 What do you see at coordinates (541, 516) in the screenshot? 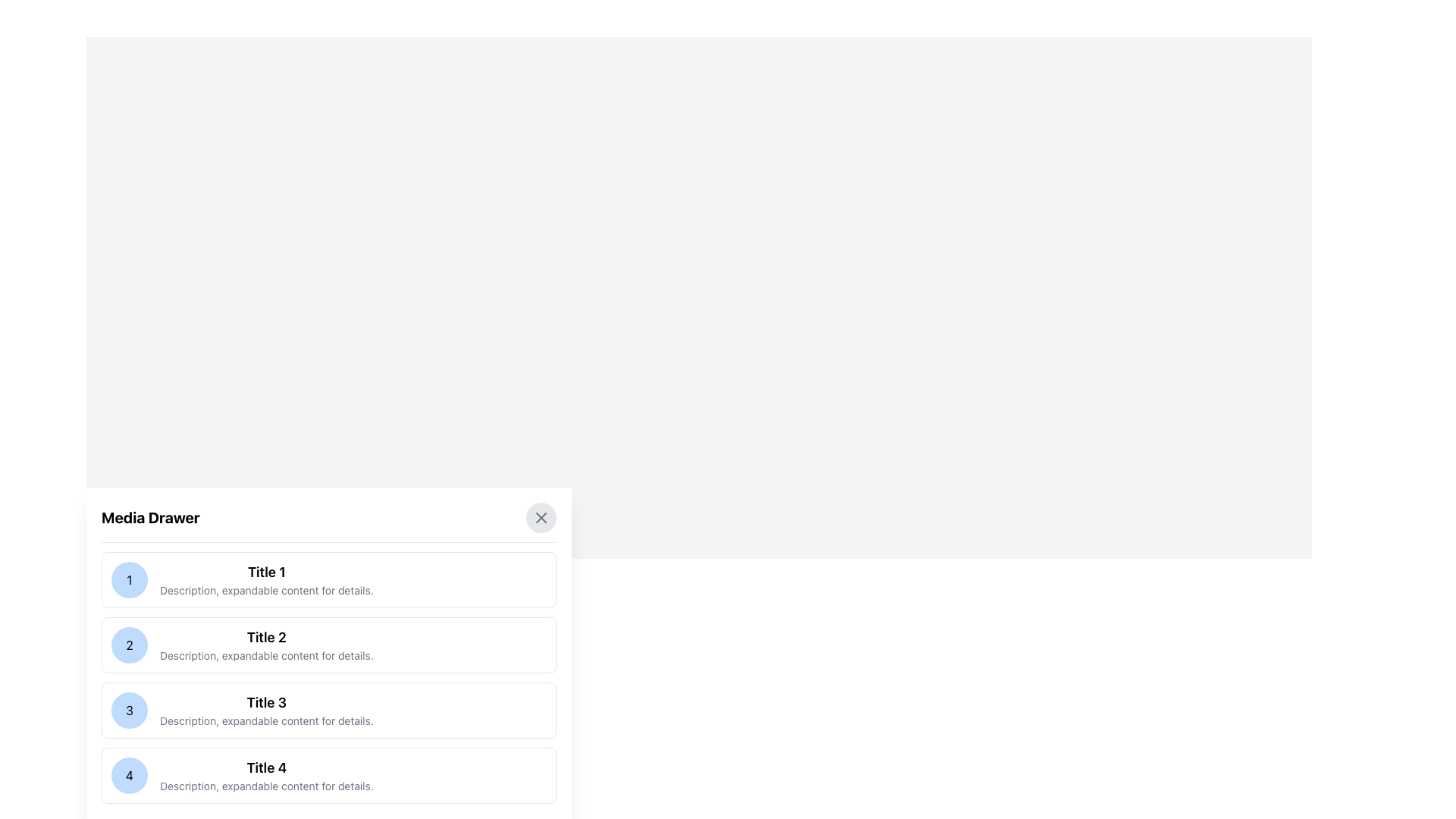
I see `the circular button with a light gray background and a dark gray 'X' icon` at bounding box center [541, 516].